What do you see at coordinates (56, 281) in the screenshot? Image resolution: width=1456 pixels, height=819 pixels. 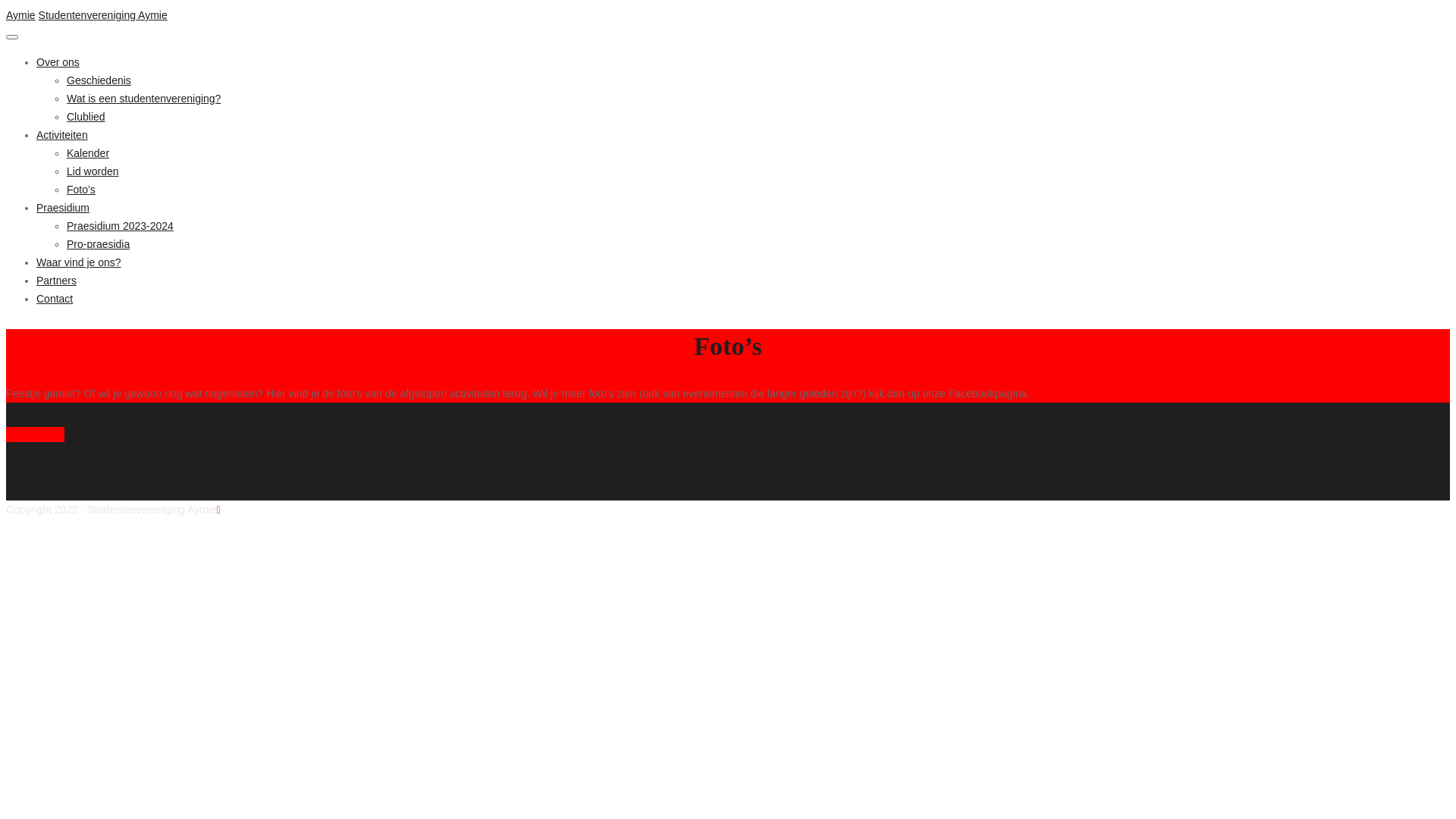 I see `'Partners'` at bounding box center [56, 281].